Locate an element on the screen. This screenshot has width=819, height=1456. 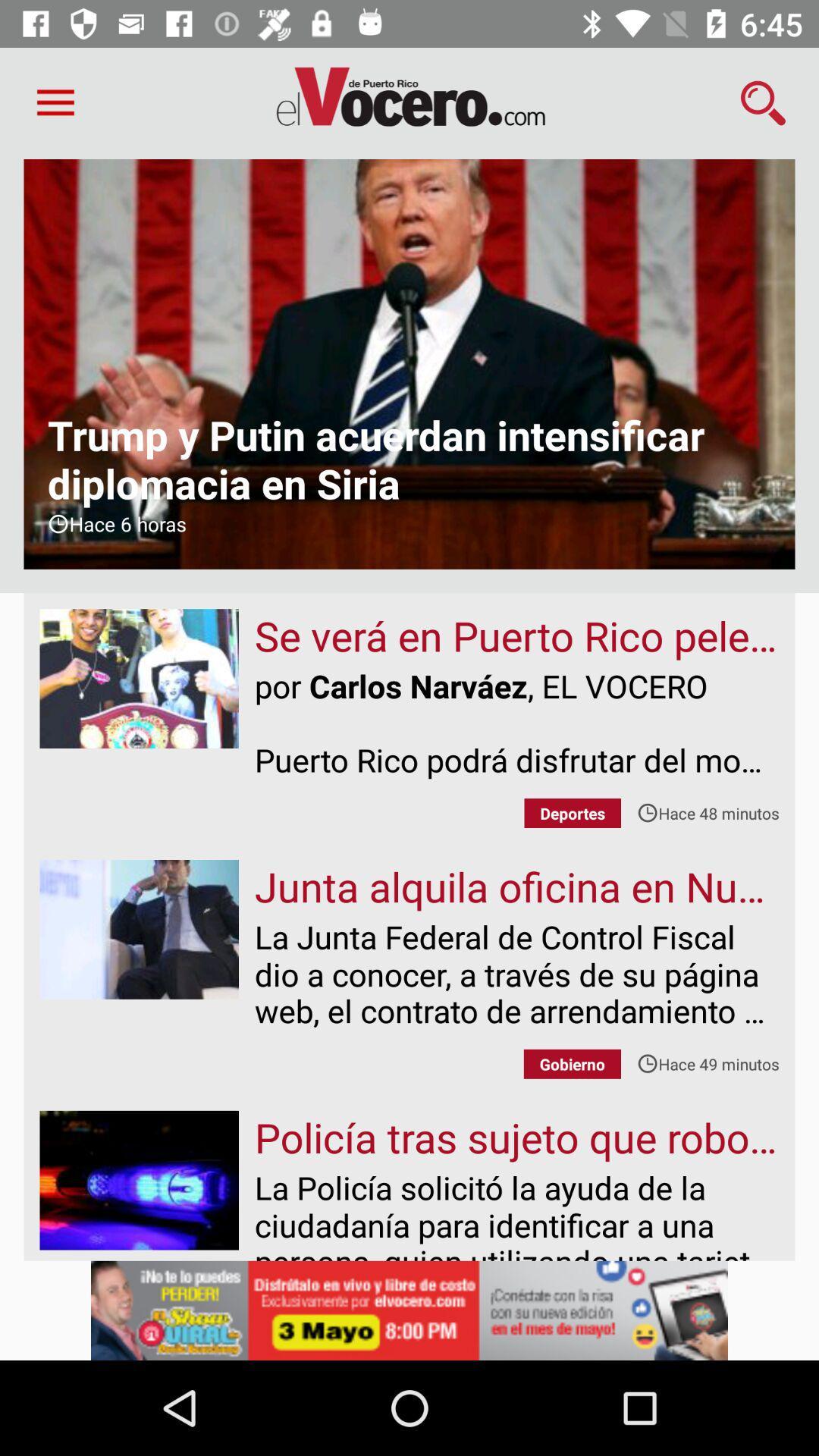
show avertisement is located at coordinates (409, 1310).